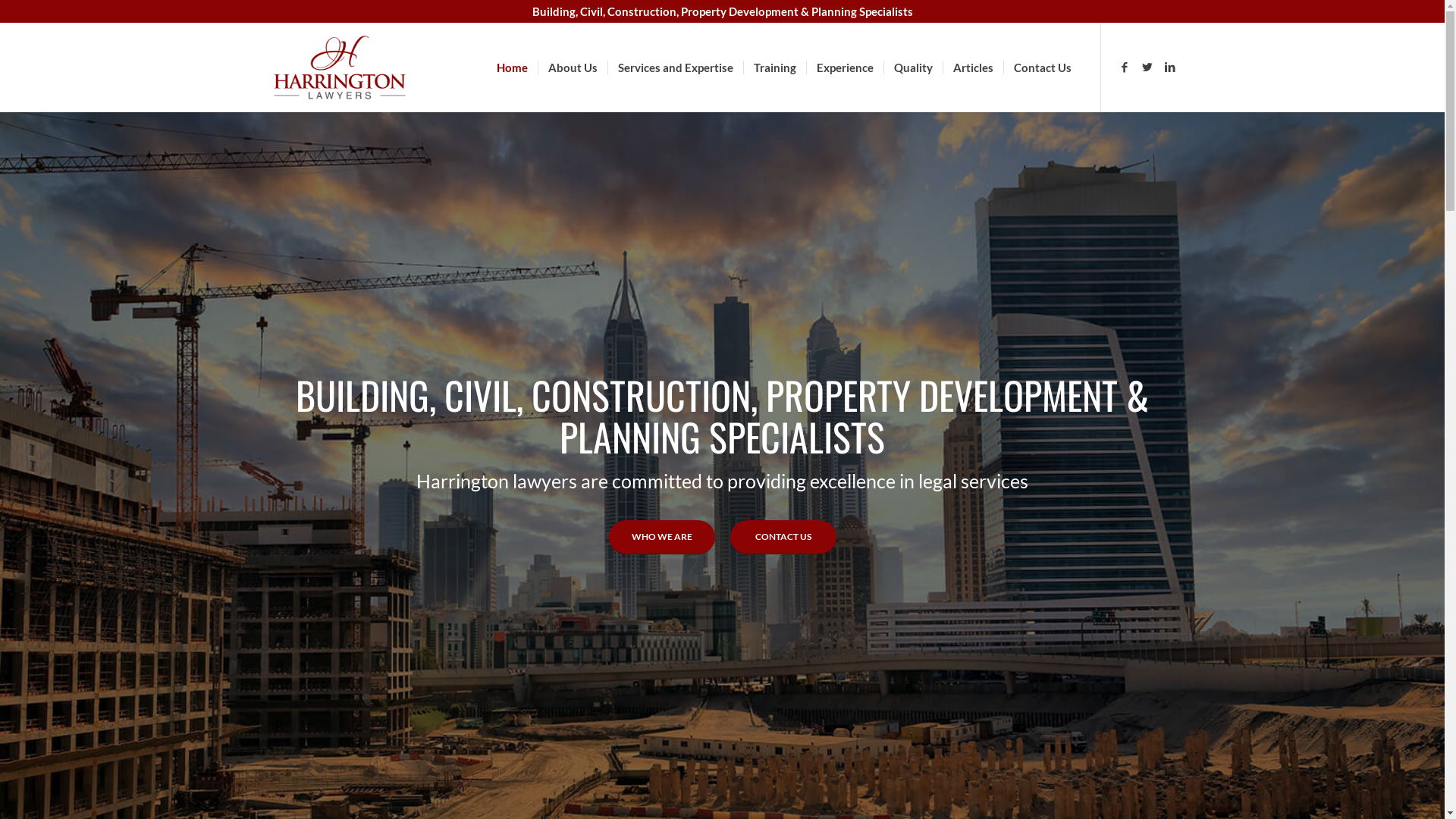 The image size is (1456, 819). Describe the element at coordinates (1147, 66) in the screenshot. I see `'Twitter'` at that location.